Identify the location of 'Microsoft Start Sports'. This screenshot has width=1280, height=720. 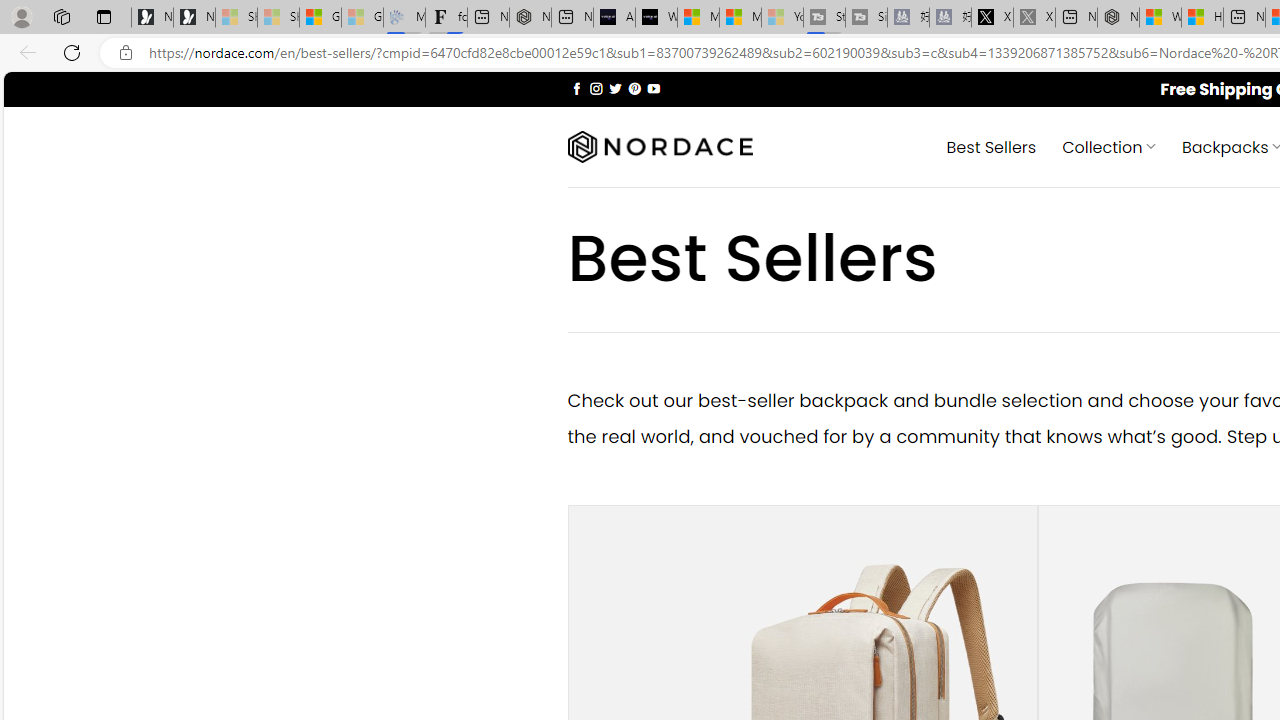
(698, 17).